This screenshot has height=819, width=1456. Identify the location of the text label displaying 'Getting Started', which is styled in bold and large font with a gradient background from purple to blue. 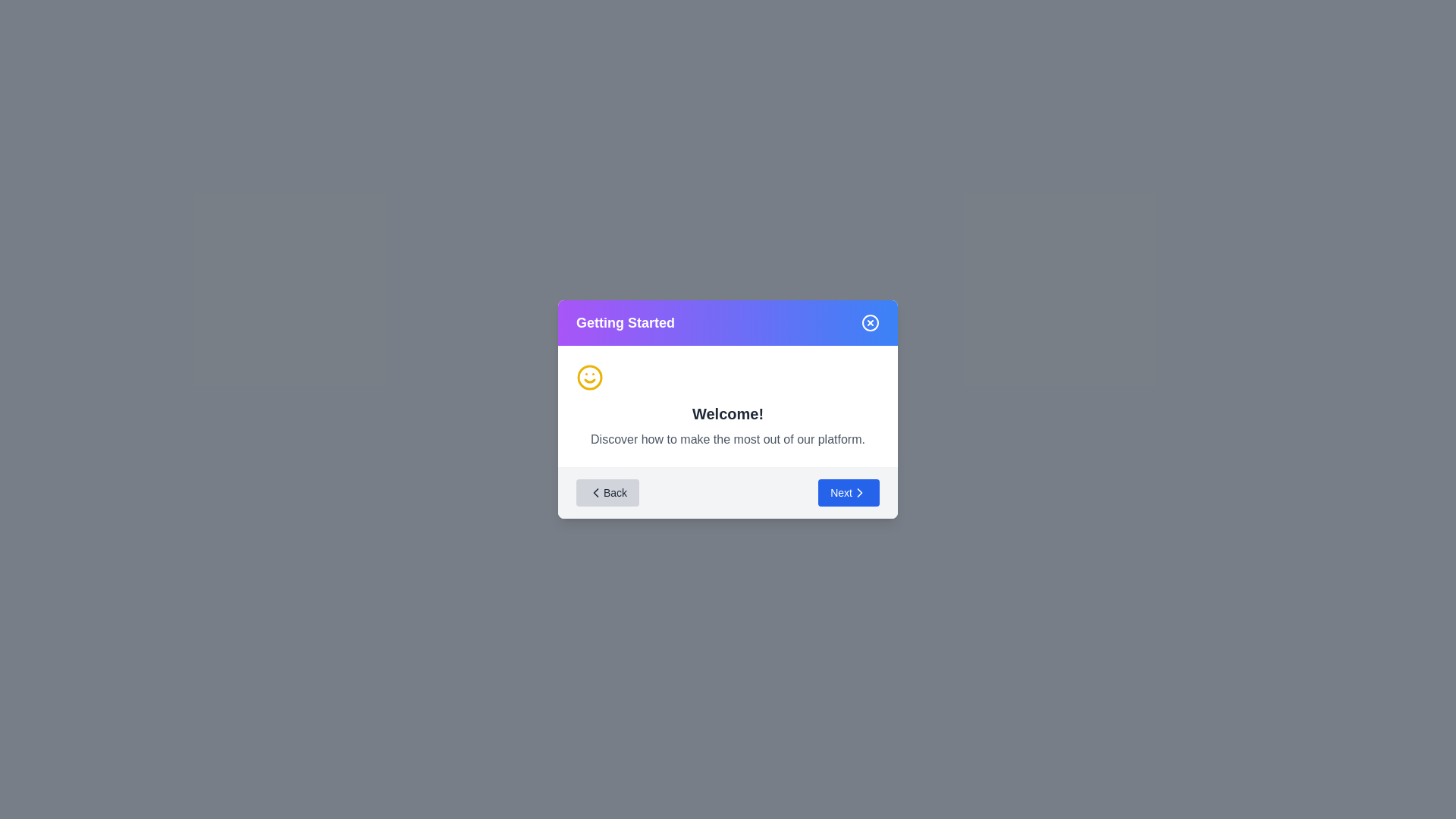
(626, 322).